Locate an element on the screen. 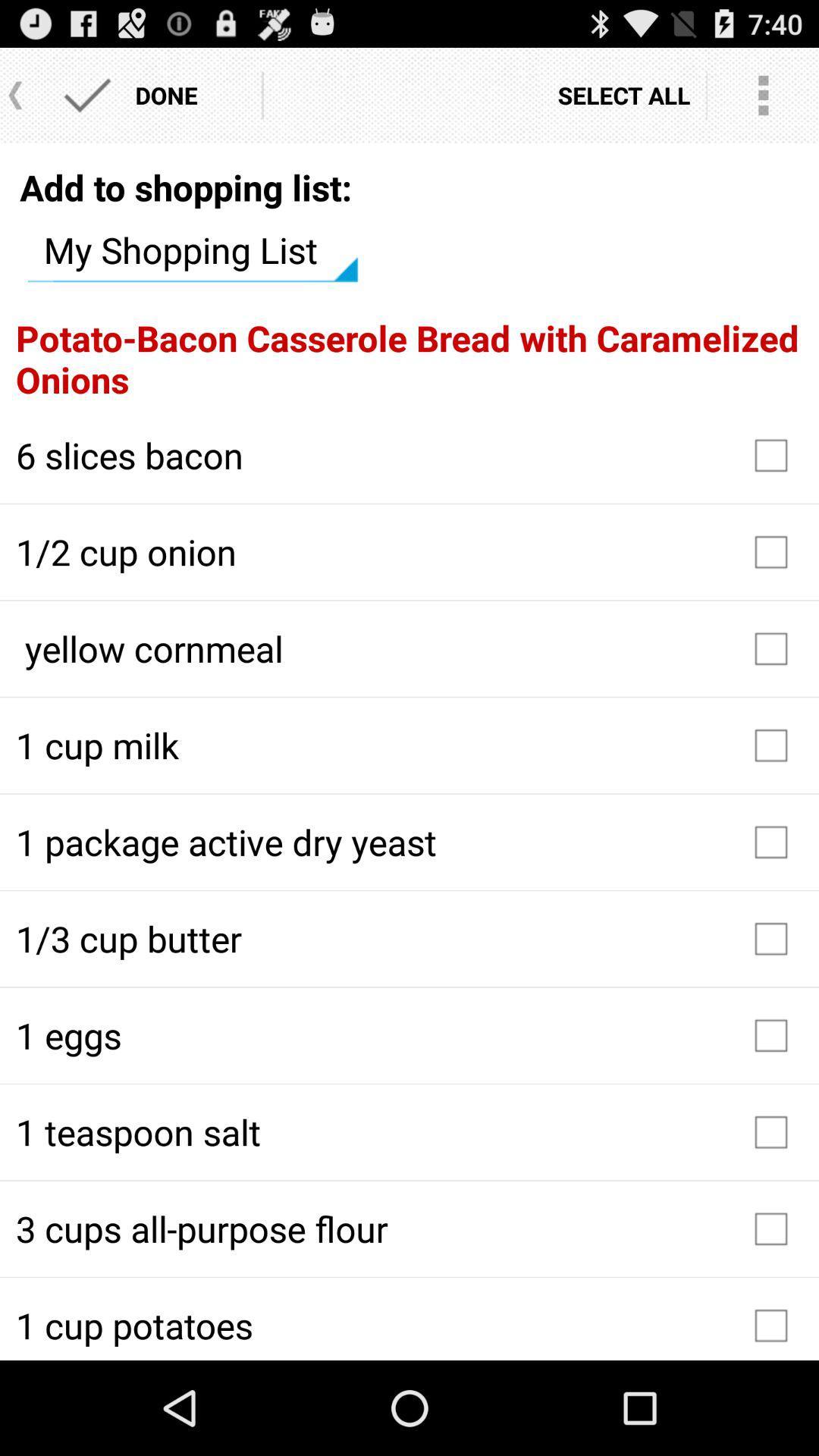  icon below the 1 cup milk is located at coordinates (409, 841).